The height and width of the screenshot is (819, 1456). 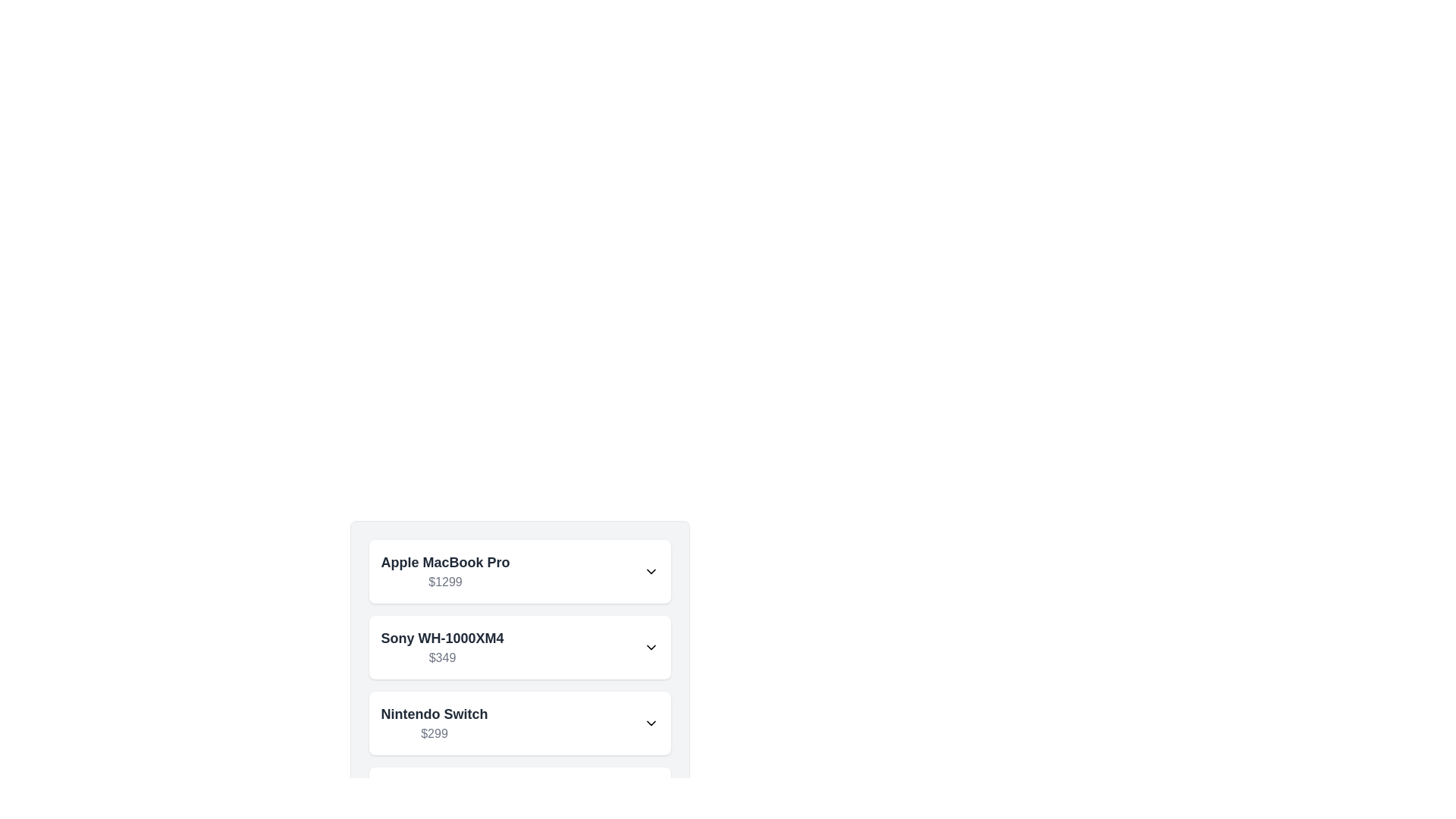 What do you see at coordinates (433, 714) in the screenshot?
I see `the text label displaying 'Nintendo Switch', which is located beneath 'Sony WH-1000XM4' and above the price '$299' within a vertical list` at bounding box center [433, 714].